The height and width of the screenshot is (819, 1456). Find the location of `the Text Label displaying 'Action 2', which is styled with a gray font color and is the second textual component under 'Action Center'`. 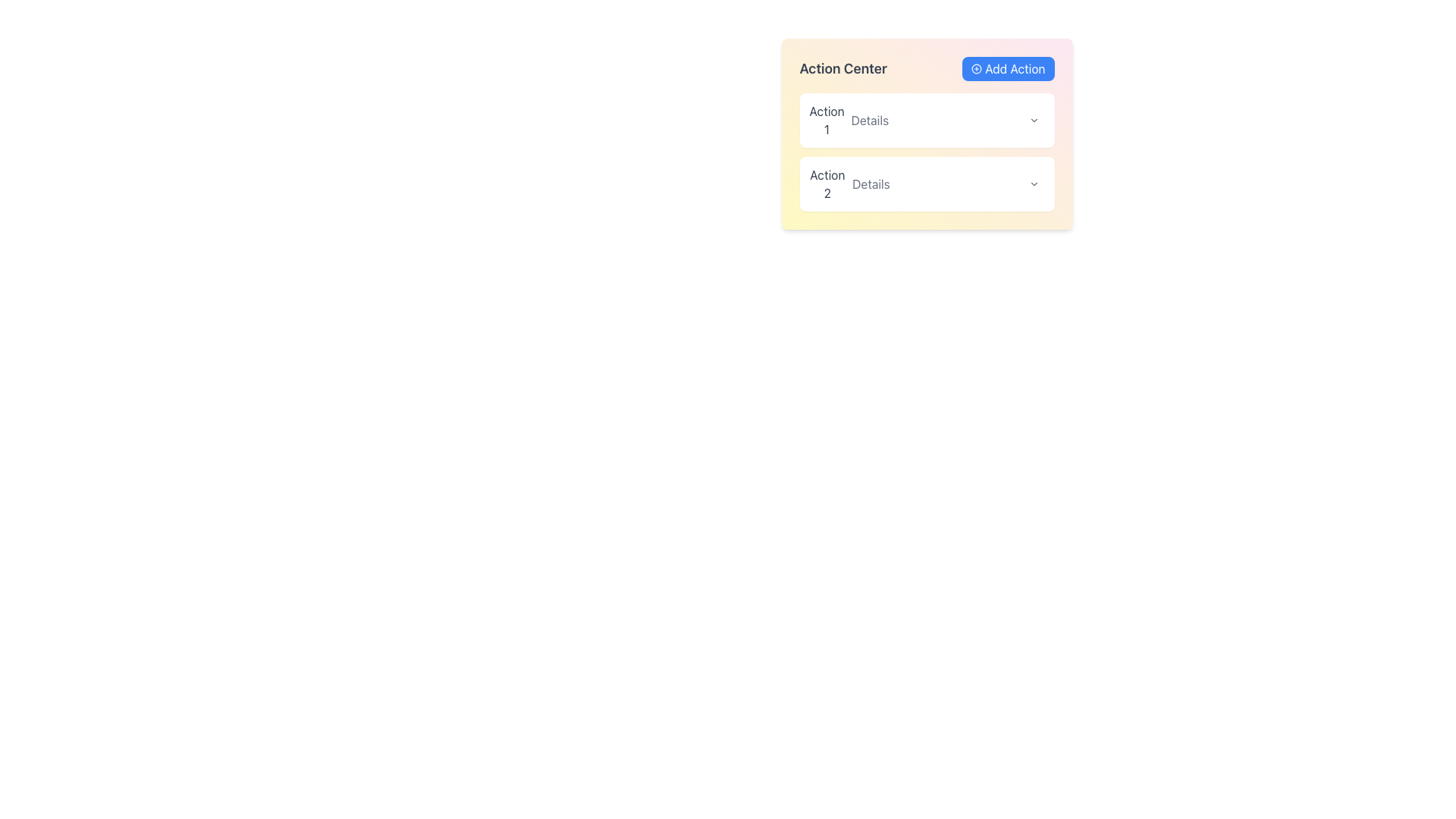

the Text Label displaying 'Action 2', which is styled with a gray font color and is the second textual component under 'Action Center' is located at coordinates (827, 184).